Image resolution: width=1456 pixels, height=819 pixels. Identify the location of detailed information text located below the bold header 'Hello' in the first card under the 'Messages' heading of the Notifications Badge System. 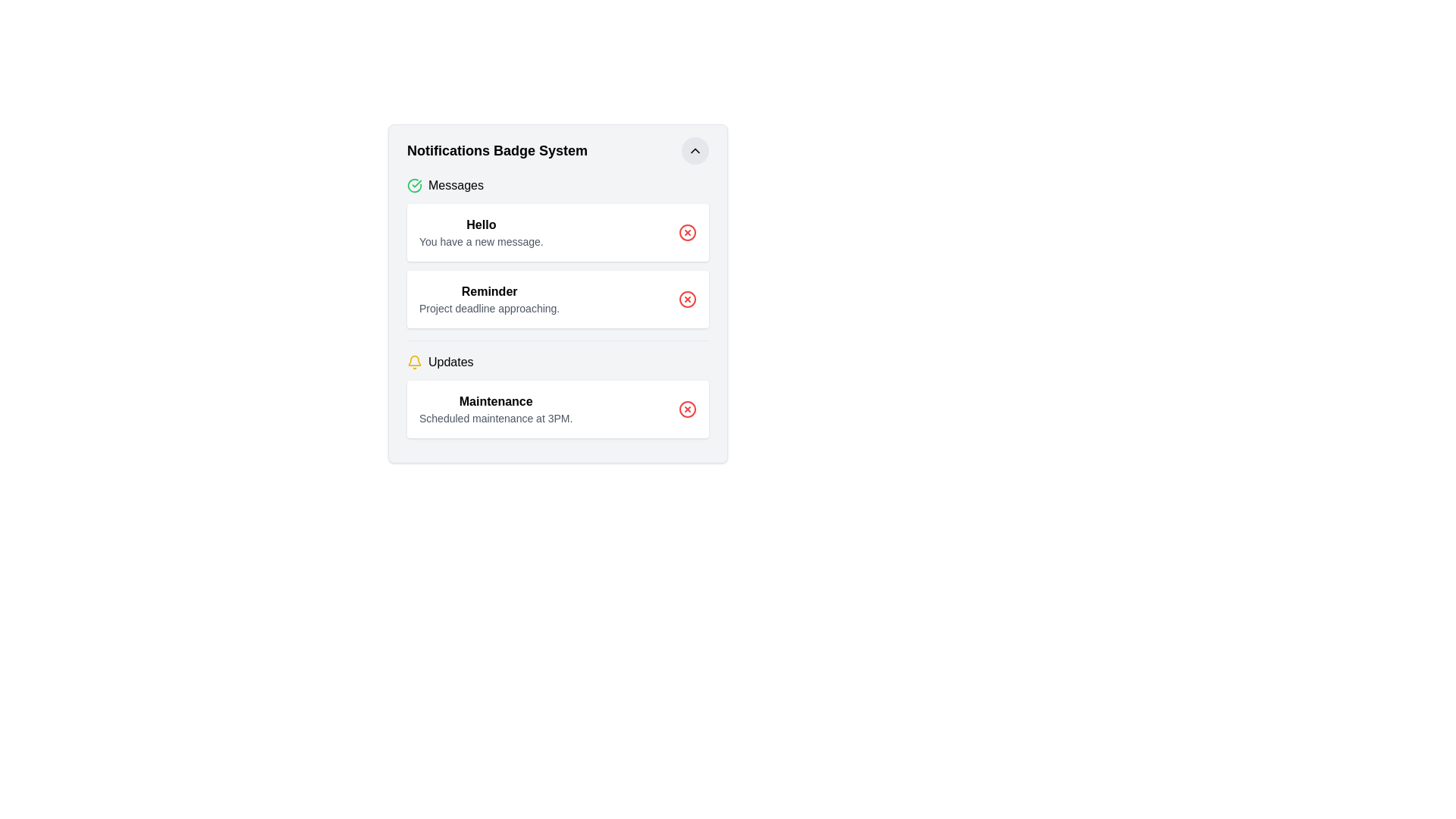
(480, 241).